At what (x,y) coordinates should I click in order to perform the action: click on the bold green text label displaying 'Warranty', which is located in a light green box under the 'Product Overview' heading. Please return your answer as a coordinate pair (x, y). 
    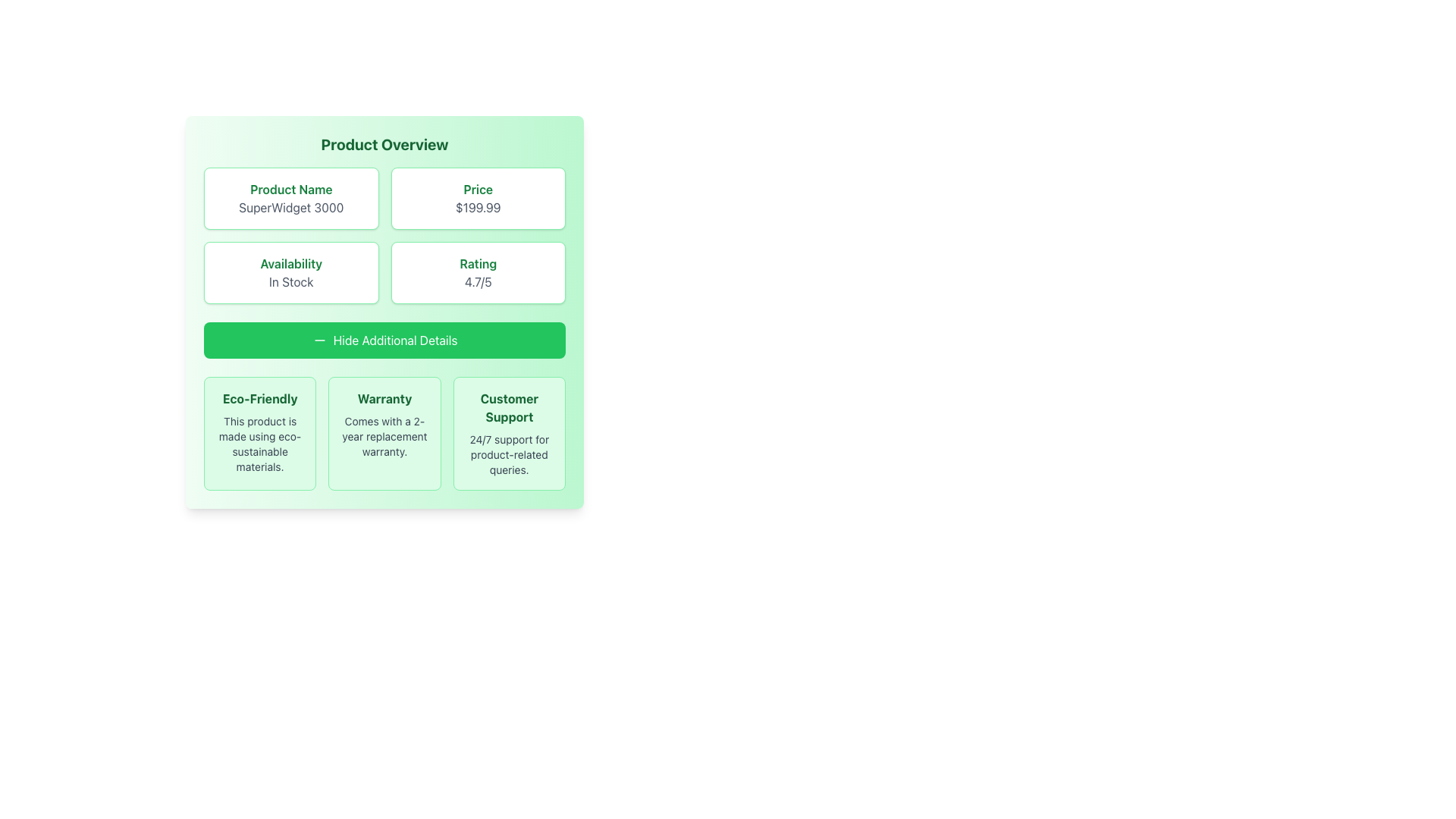
    Looking at the image, I should click on (384, 397).